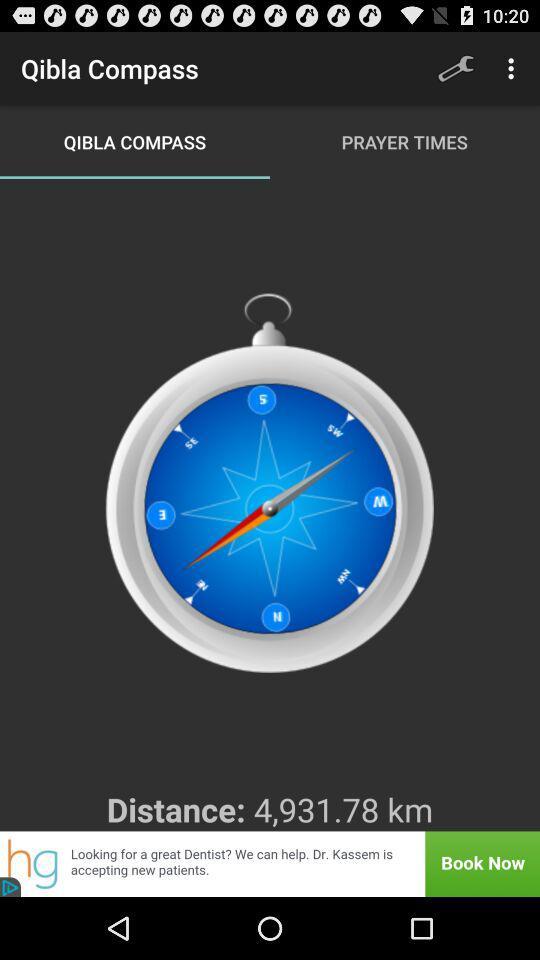 This screenshot has height=960, width=540. Describe the element at coordinates (270, 863) in the screenshot. I see `the item below distance: app` at that location.